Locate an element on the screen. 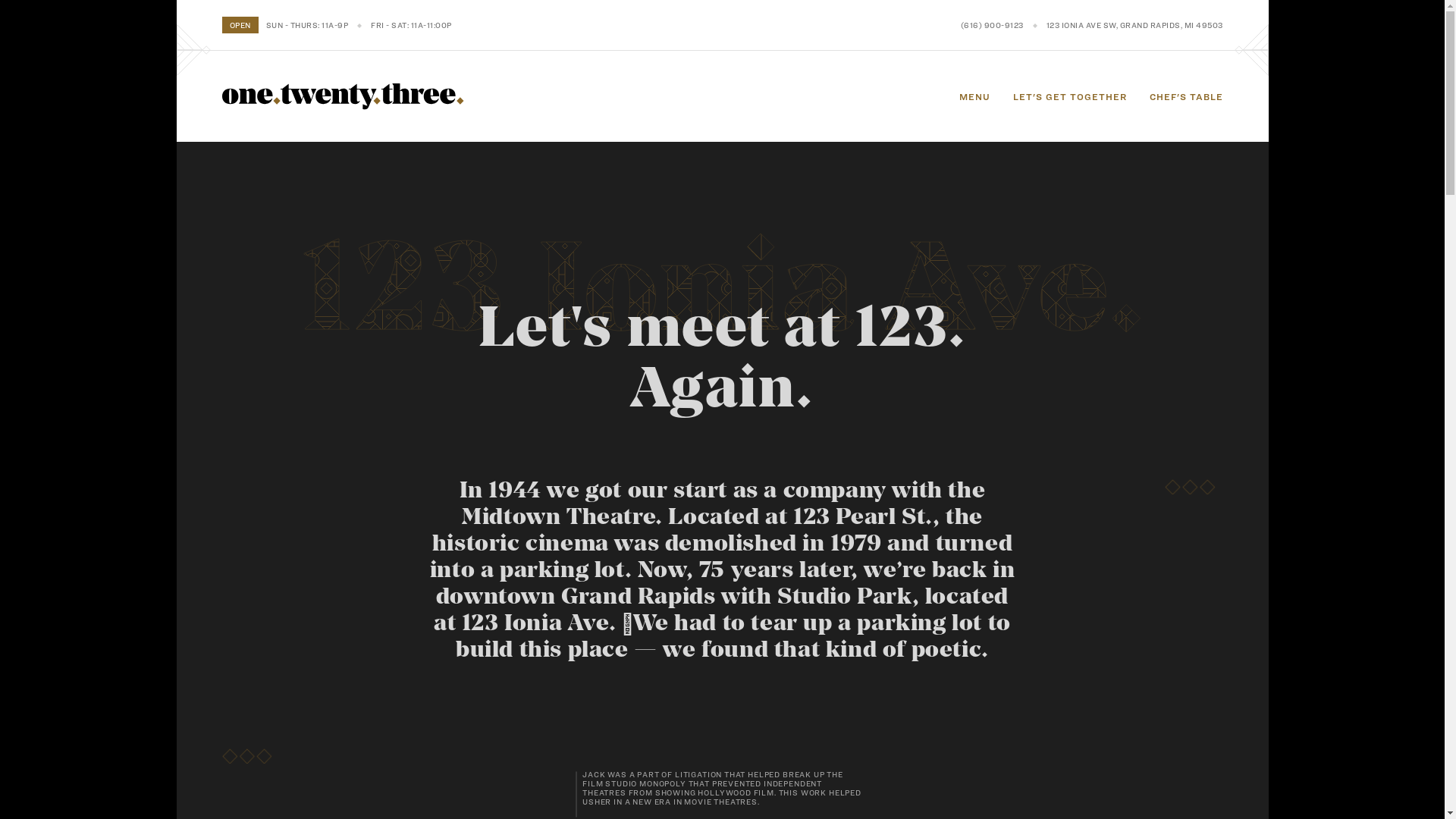 This screenshot has height=819, width=1456. 'LET'S GET TOGETHER' is located at coordinates (1069, 96).